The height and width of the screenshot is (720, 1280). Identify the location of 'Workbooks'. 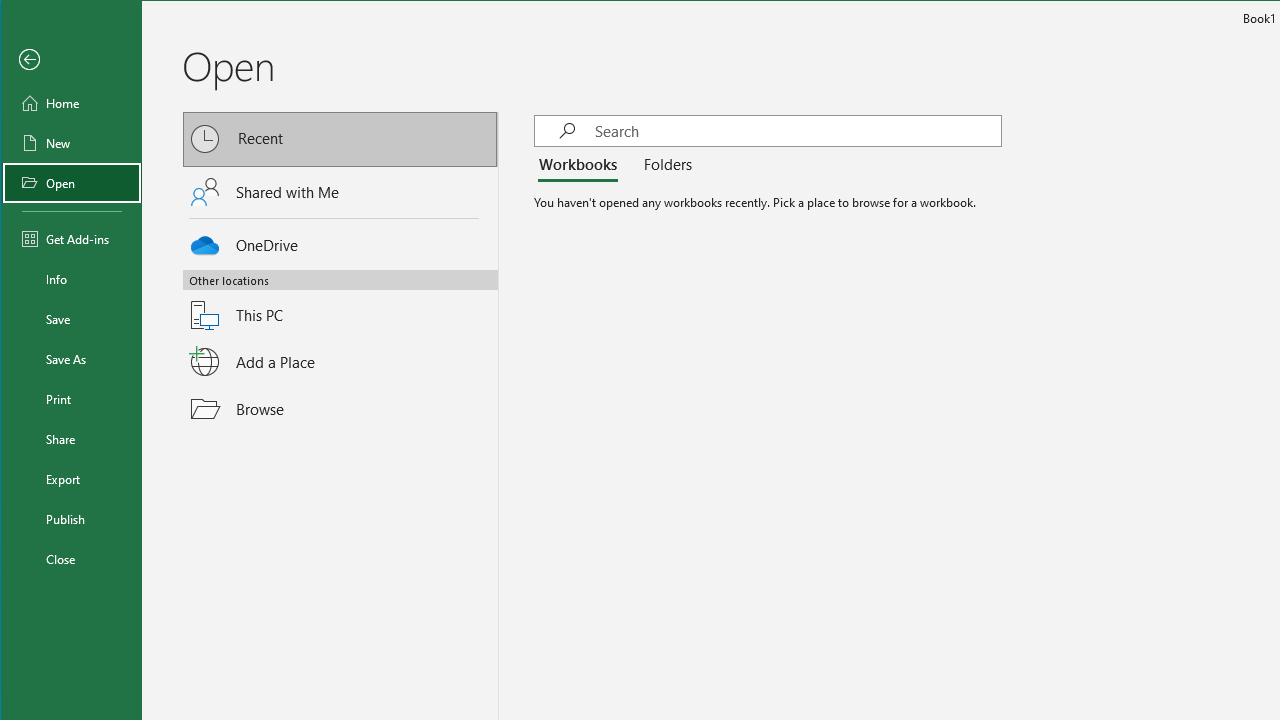
(580, 164).